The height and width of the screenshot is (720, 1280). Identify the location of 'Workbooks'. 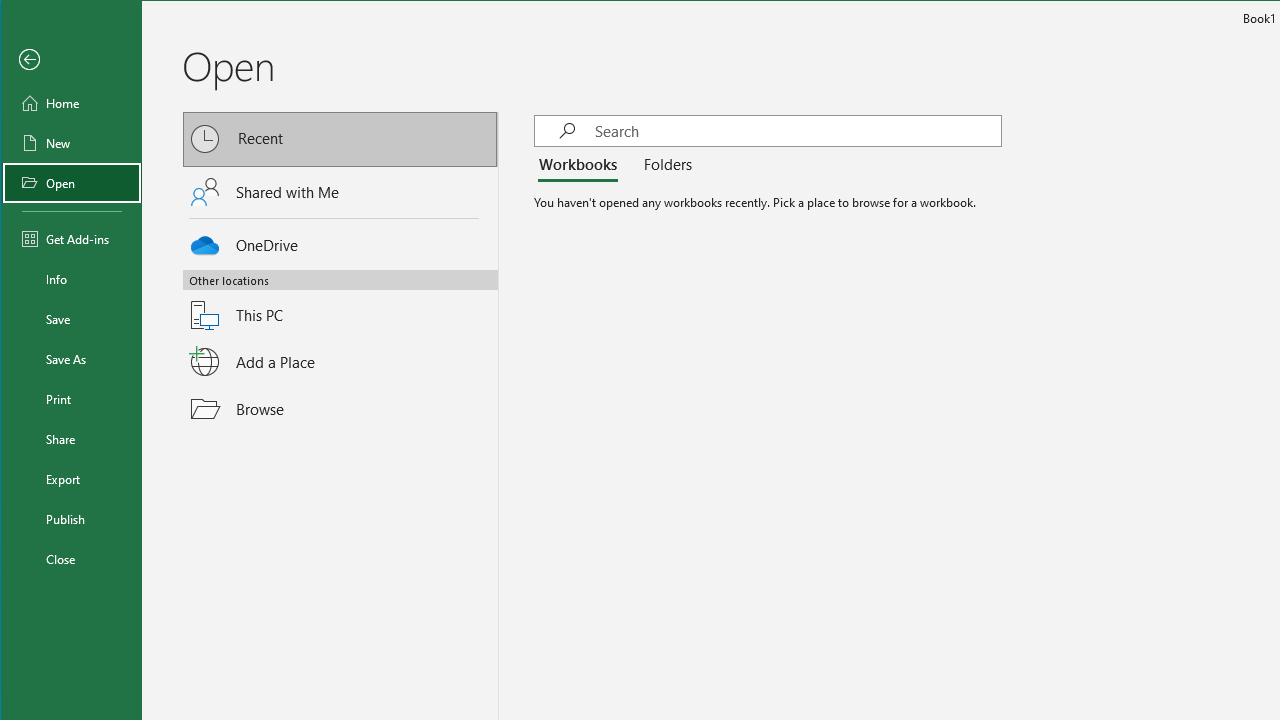
(580, 164).